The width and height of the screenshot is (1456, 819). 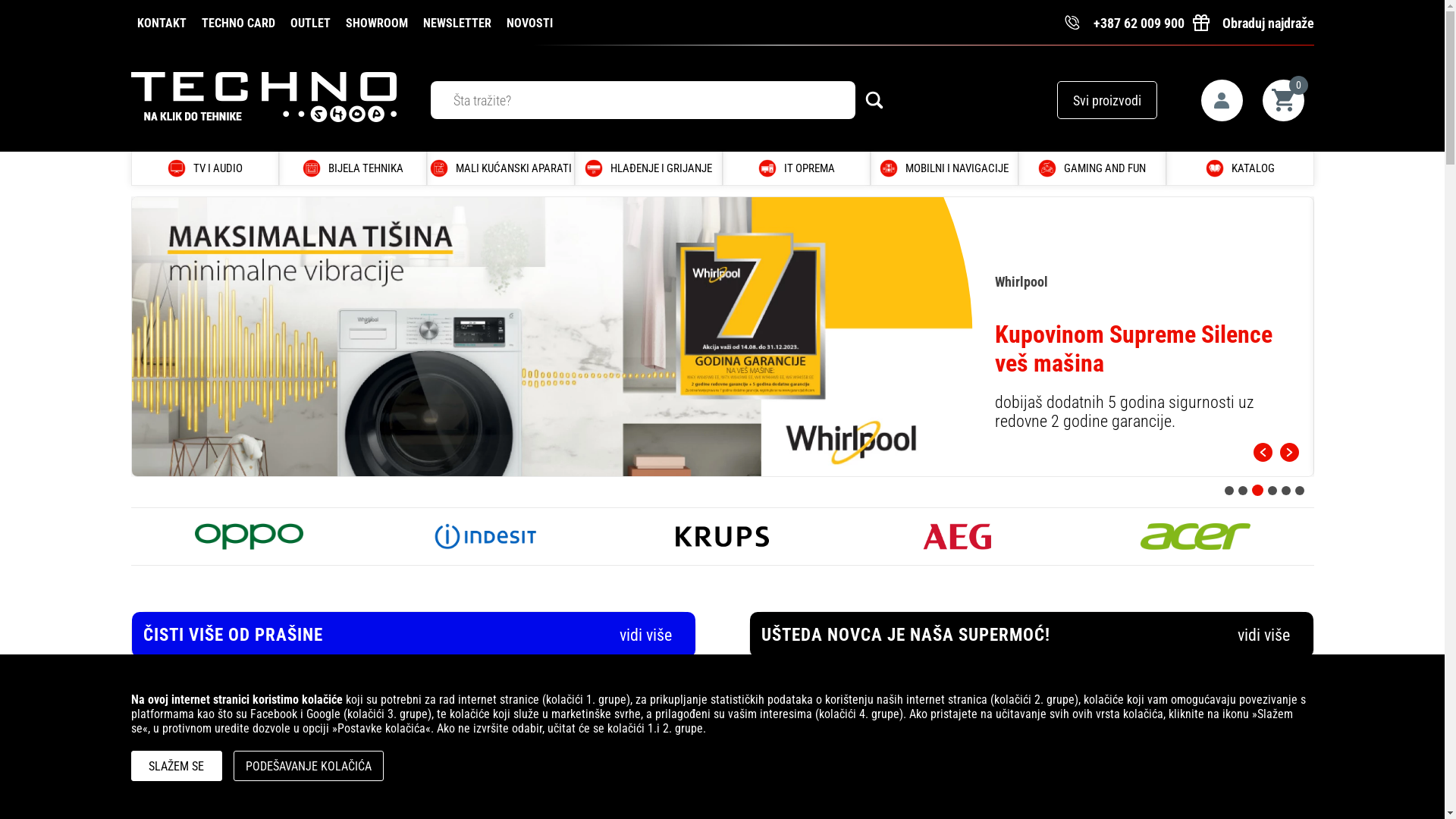 I want to click on 'SHOWROOM', so click(x=377, y=22).